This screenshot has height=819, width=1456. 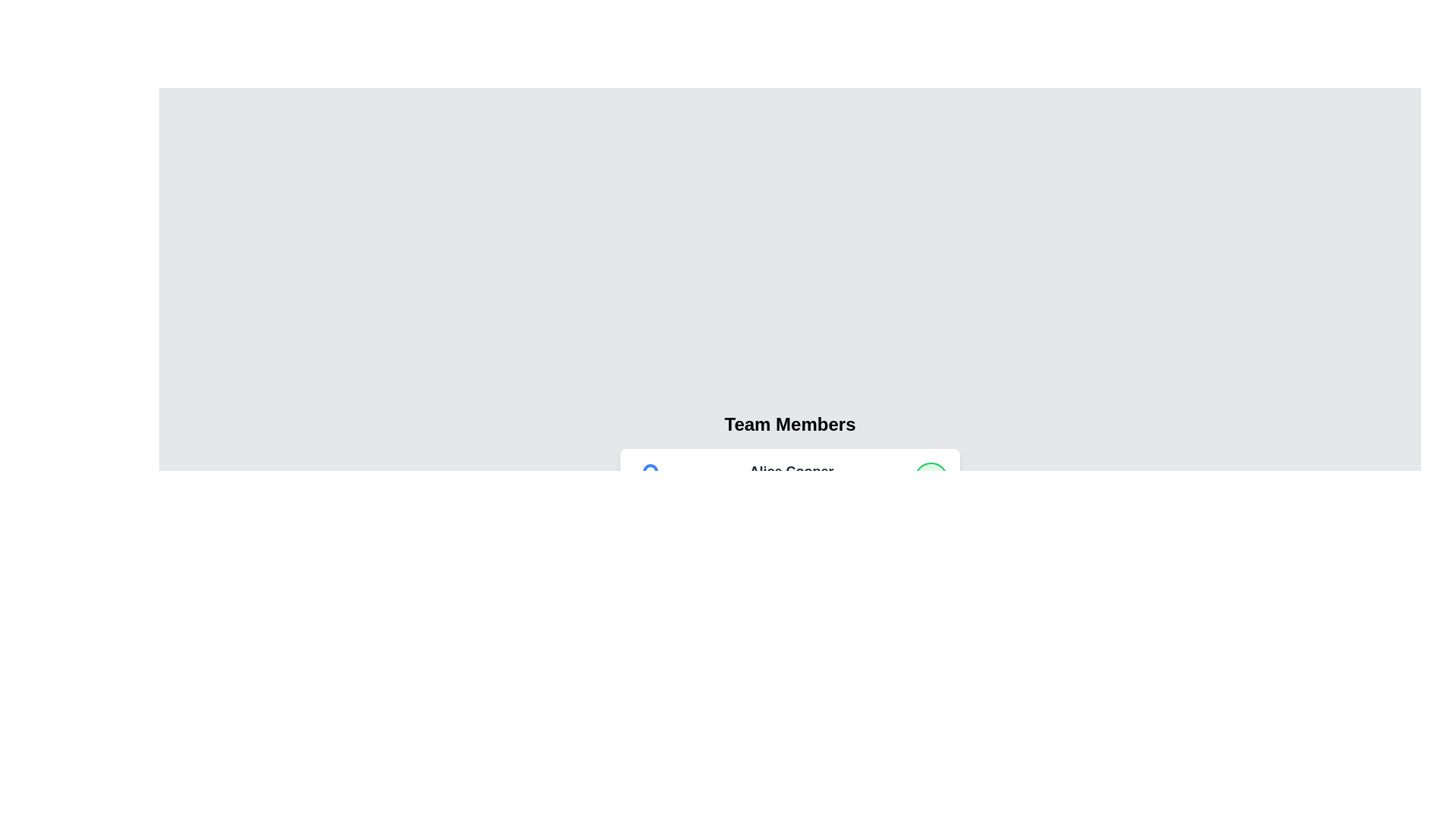 I want to click on the toggle button for 'Alice Cooper' in the 'Team Members' section, so click(x=930, y=479).